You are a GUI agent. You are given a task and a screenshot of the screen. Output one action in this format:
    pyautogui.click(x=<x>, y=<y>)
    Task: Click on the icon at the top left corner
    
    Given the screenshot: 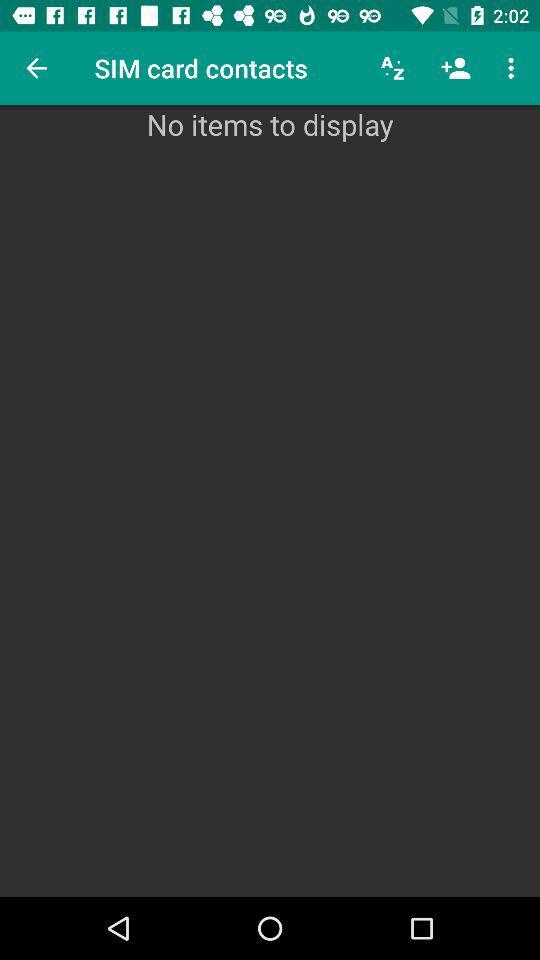 What is the action you would take?
    pyautogui.click(x=36, y=68)
    